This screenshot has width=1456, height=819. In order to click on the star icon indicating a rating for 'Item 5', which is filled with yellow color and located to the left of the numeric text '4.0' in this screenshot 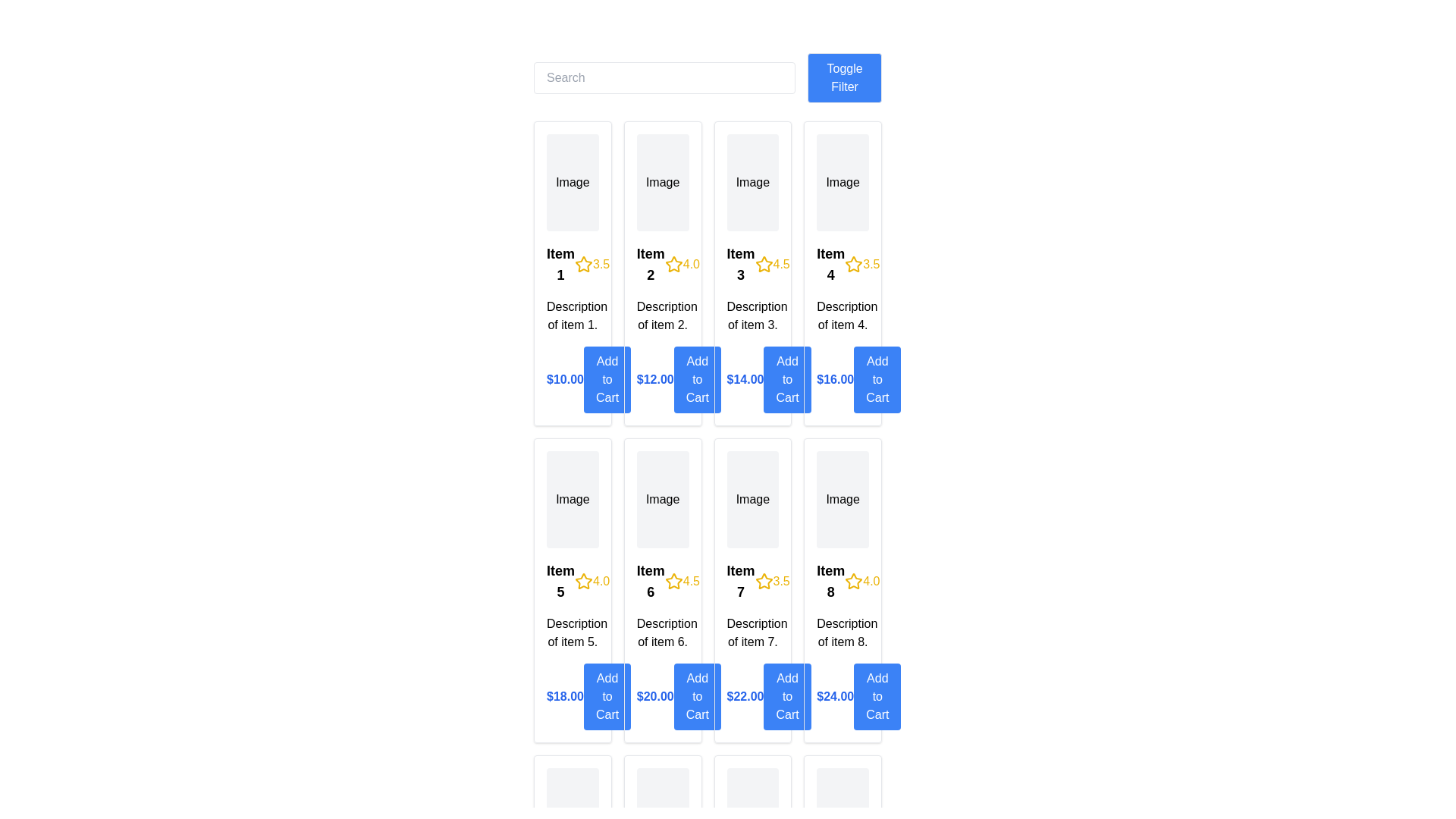, I will do `click(583, 581)`.